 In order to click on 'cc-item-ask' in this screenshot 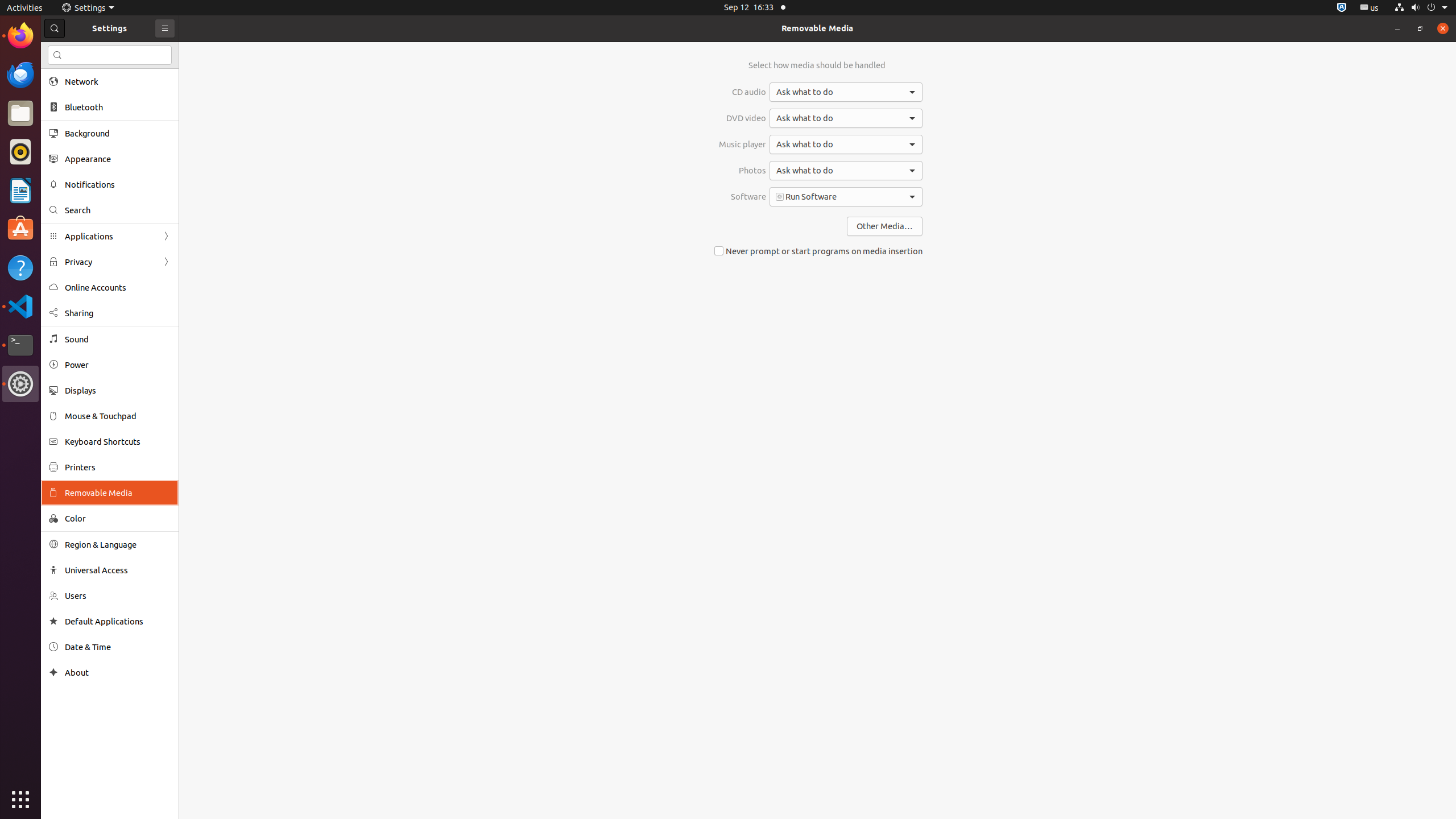, I will do `click(846, 92)`.